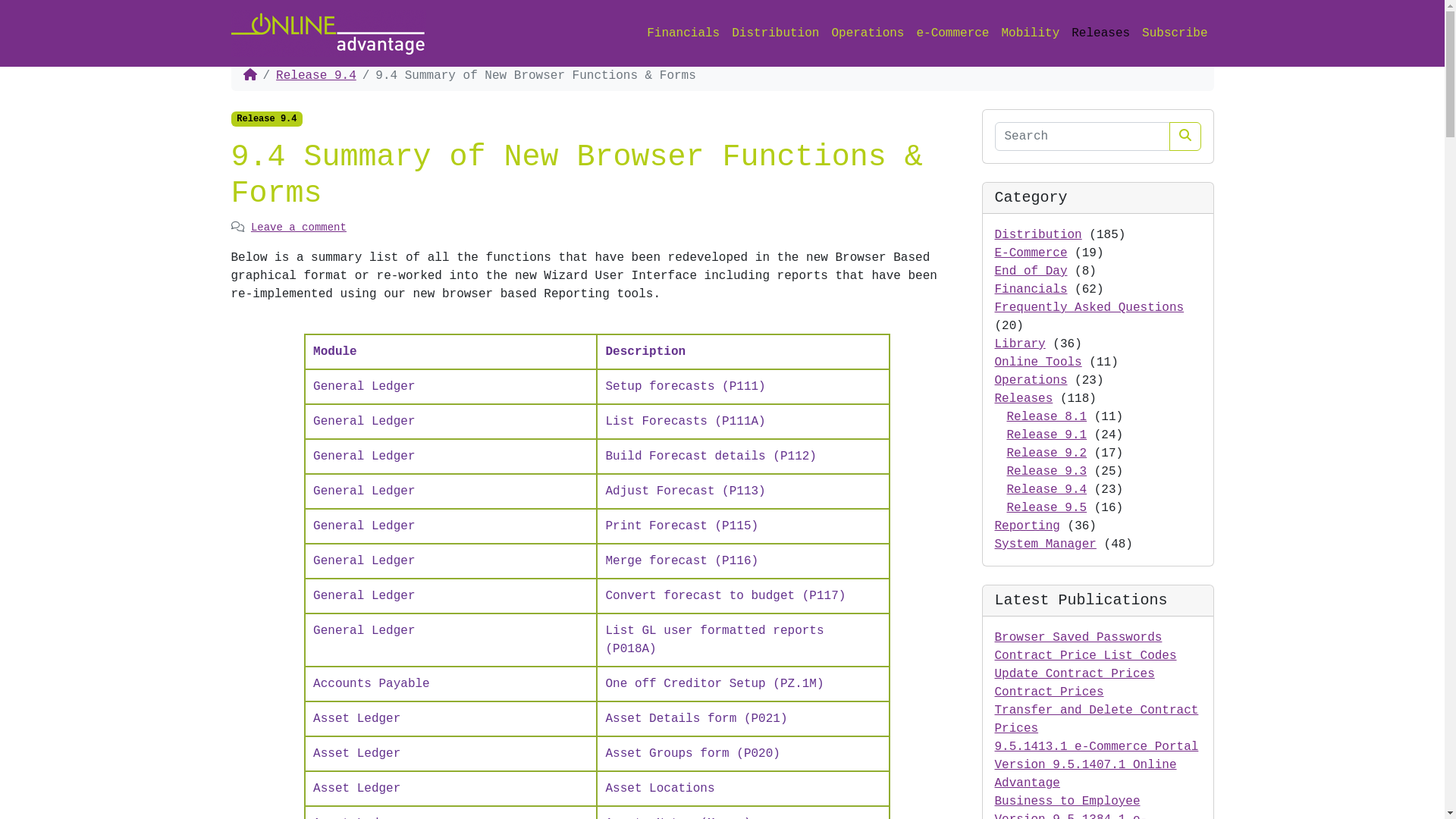 The height and width of the screenshot is (819, 1456). What do you see at coordinates (1020, 344) in the screenshot?
I see `'Library'` at bounding box center [1020, 344].